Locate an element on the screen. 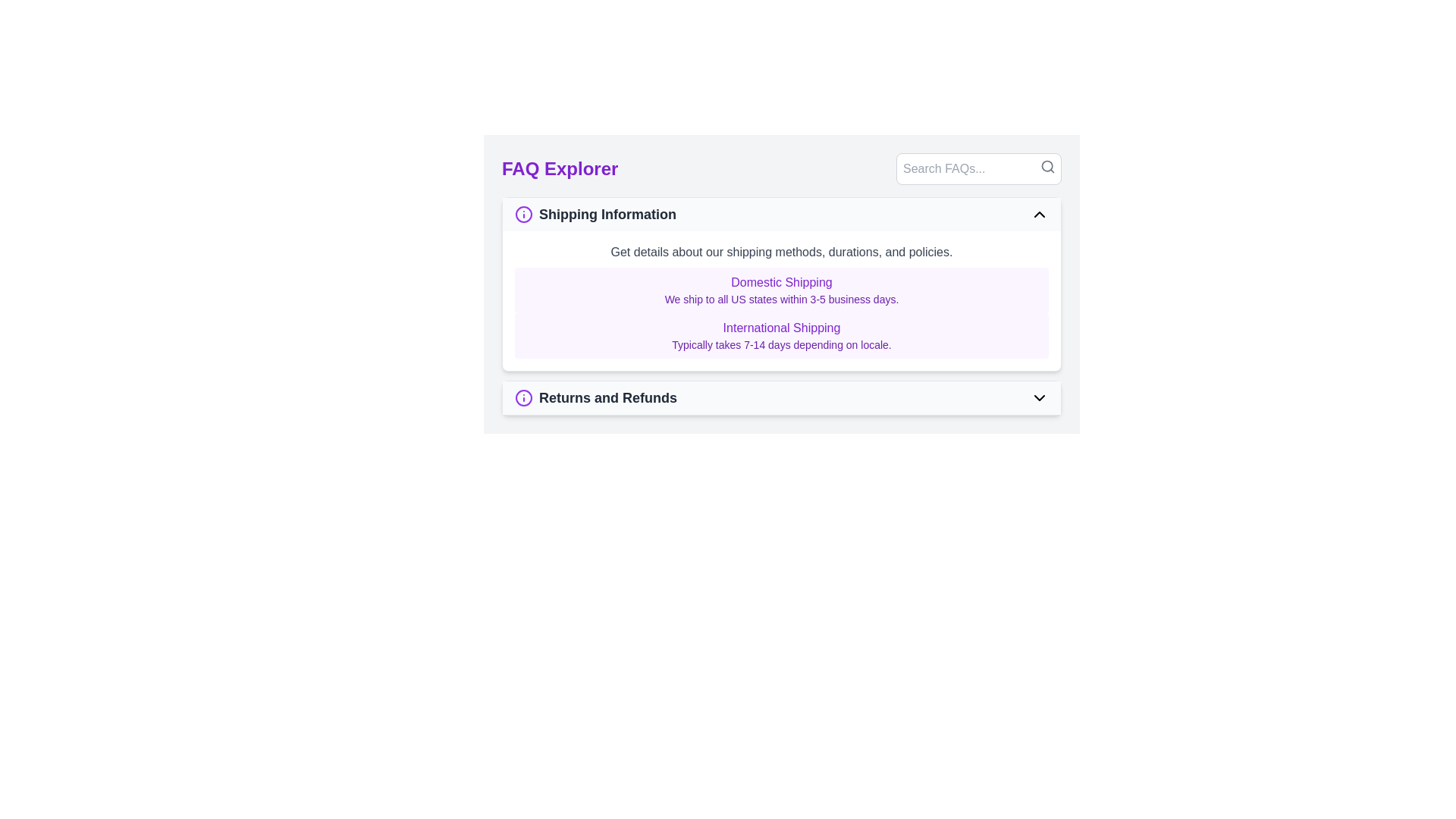 Image resolution: width=1456 pixels, height=819 pixels. the upward-facing chevron toggle icon located in the top-right corner of the 'Shipping Information' header section is located at coordinates (1039, 214).